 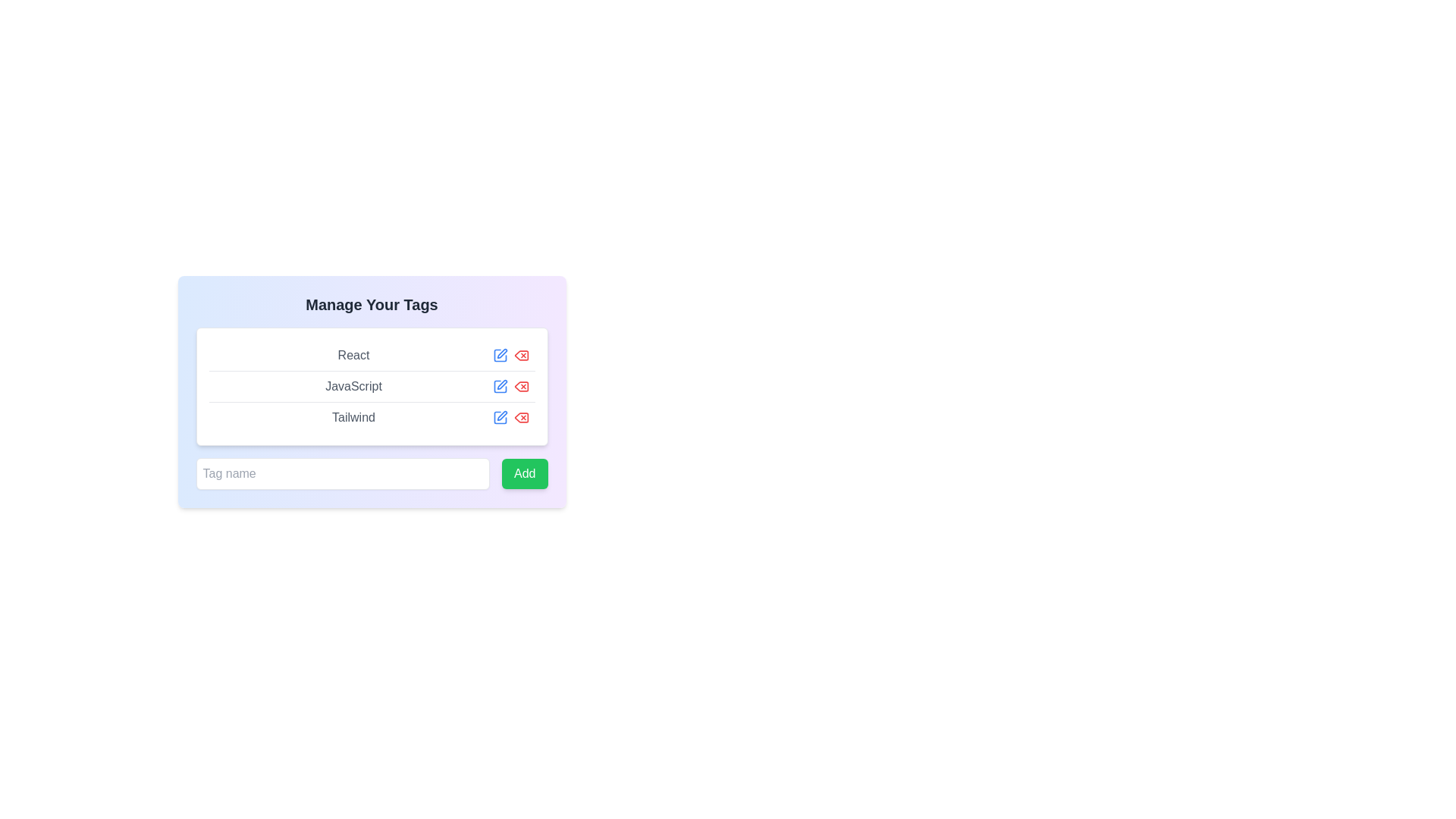 What do you see at coordinates (510, 385) in the screenshot?
I see `the red eye-cross icon within the Composite component that allows toggling the visibility of the tag associated with 'JavaScript' in the second row of the table` at bounding box center [510, 385].